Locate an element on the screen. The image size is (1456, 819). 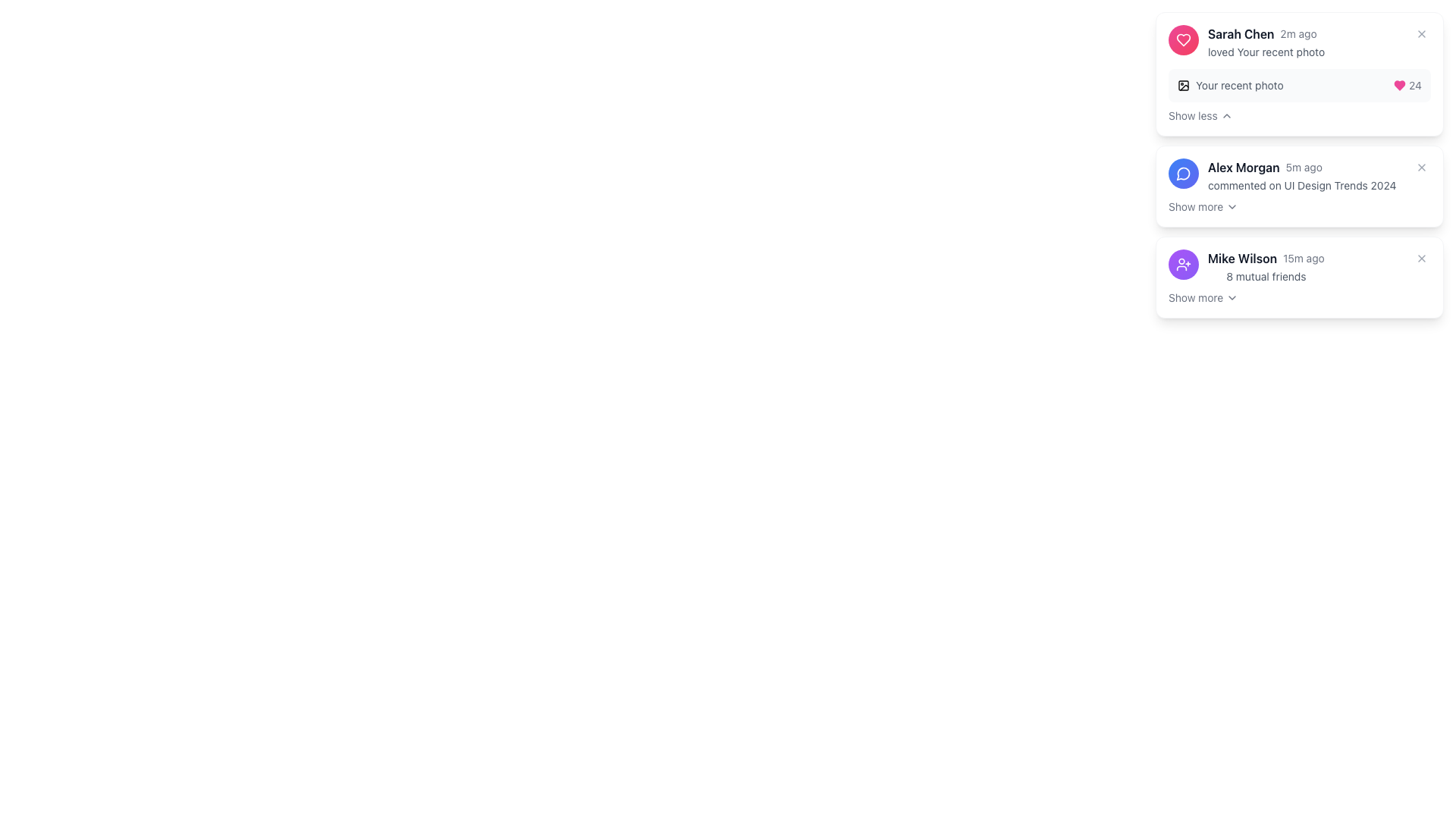
the heart-shaped pink icon representing likes in the notification section for 'Sarah Chen' next to the recent photo message is located at coordinates (1182, 39).